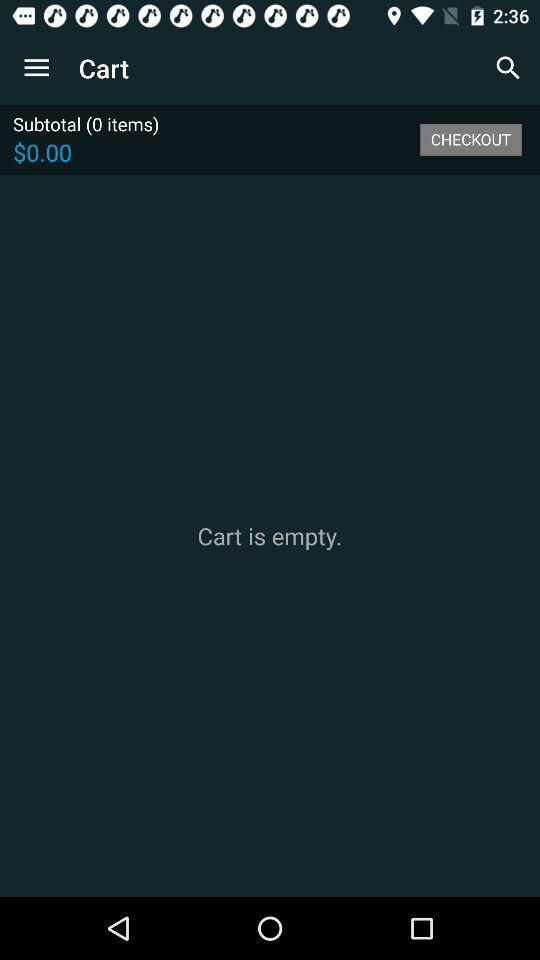 The height and width of the screenshot is (960, 540). I want to click on the item to the right of the subtotal (0 items), so click(470, 138).